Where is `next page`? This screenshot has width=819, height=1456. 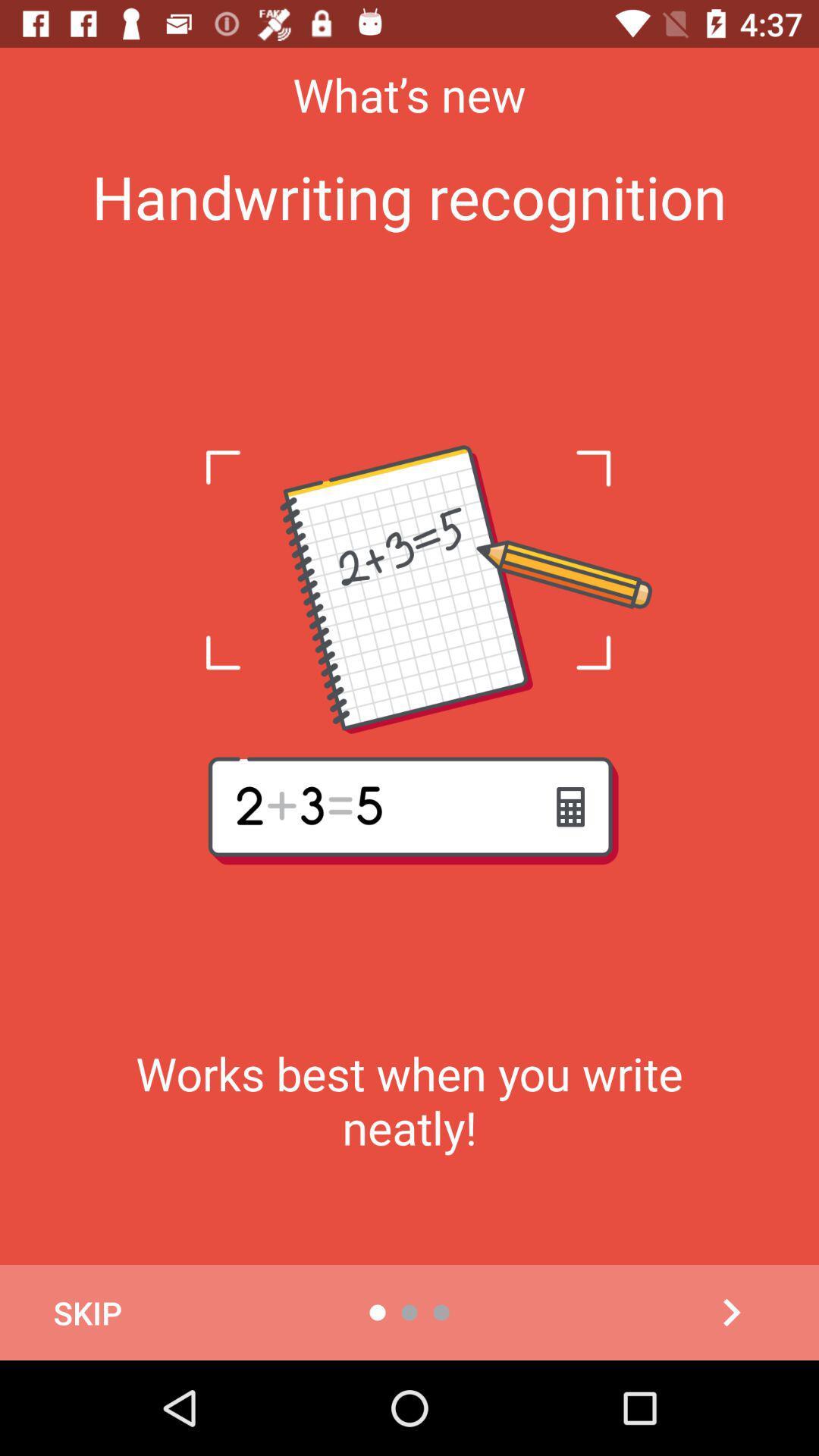
next page is located at coordinates (730, 1312).